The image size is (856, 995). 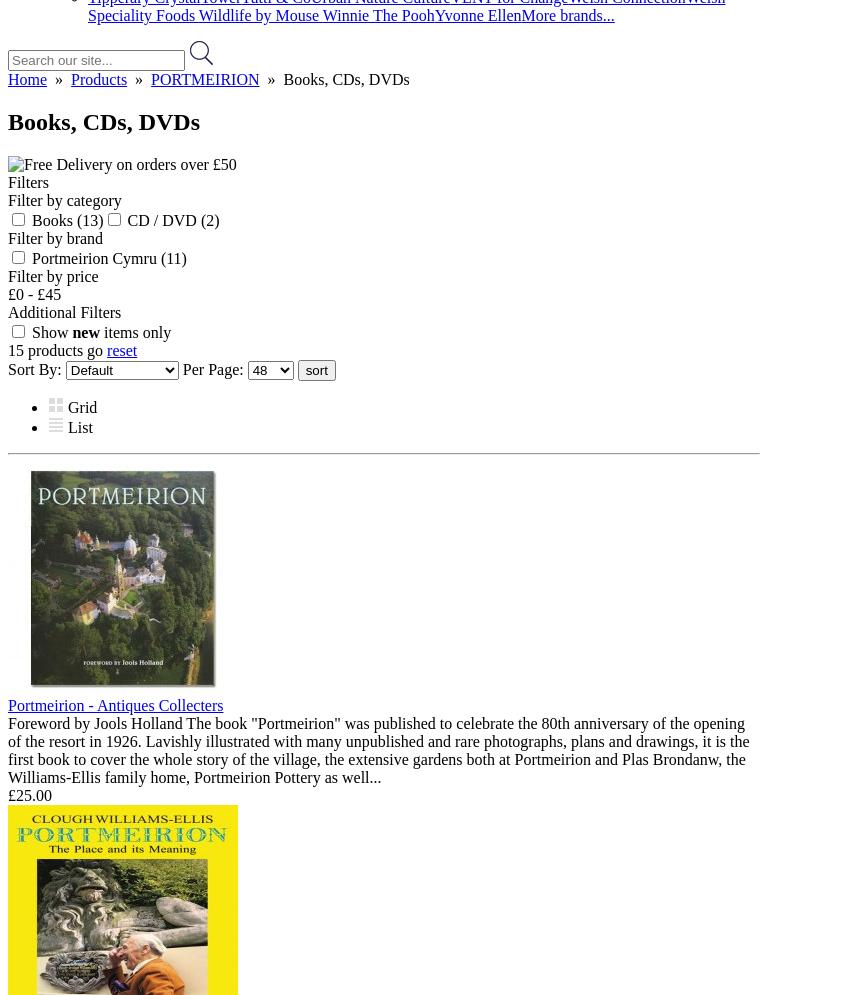 I want to click on 'Foreword by Jools Holland
The book "Portmeirion" was published to celebrate the 80th anniversary of the opening of the resort in 1926. Lavishly illustrated with many unpublished and rare photographs, plans and drawings, it is the first book to cover the whole story of the village, the extensive gardens both at Portmeirion and Plas Brondanw, the Williams-Ellis family home, Portmeirion Pottery as well...', so click(x=7, y=748).